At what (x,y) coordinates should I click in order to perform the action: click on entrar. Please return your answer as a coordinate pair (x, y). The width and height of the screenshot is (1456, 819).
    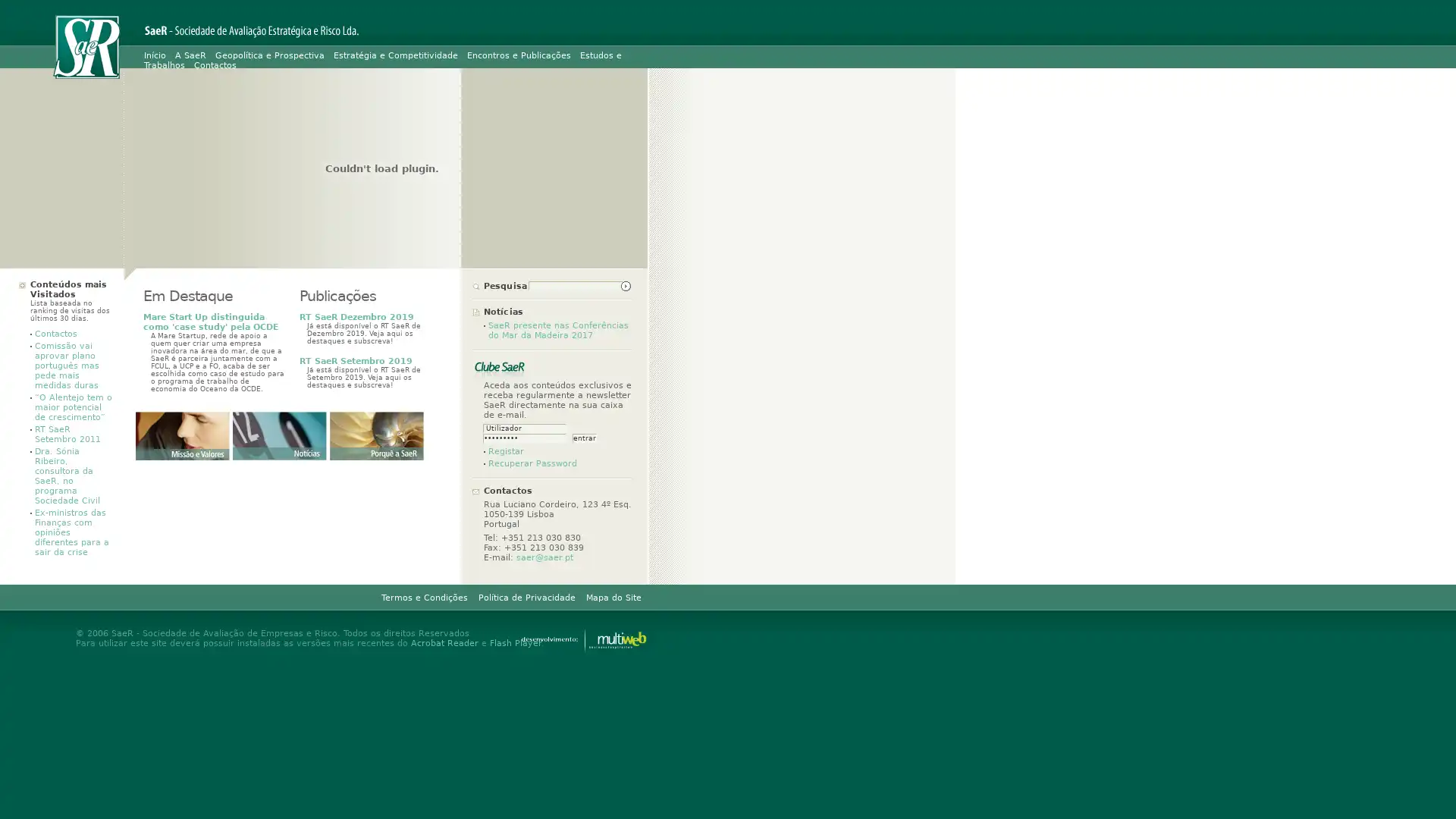
    Looking at the image, I should click on (584, 438).